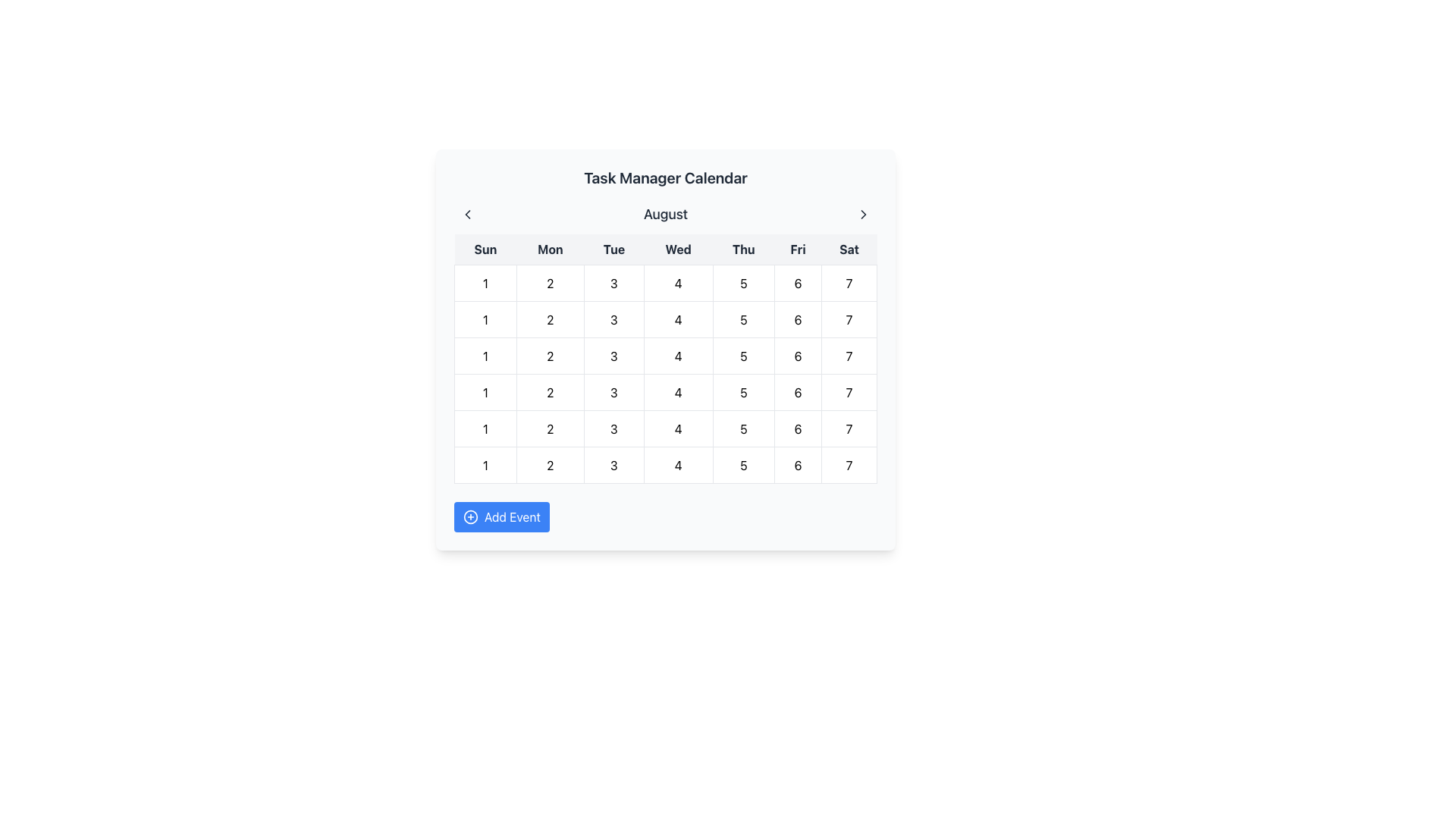 Image resolution: width=1456 pixels, height=819 pixels. What do you see at coordinates (666, 214) in the screenshot?
I see `the text label displaying the currently selected month in the calendar interface, located at the center of the calendar toolbar` at bounding box center [666, 214].